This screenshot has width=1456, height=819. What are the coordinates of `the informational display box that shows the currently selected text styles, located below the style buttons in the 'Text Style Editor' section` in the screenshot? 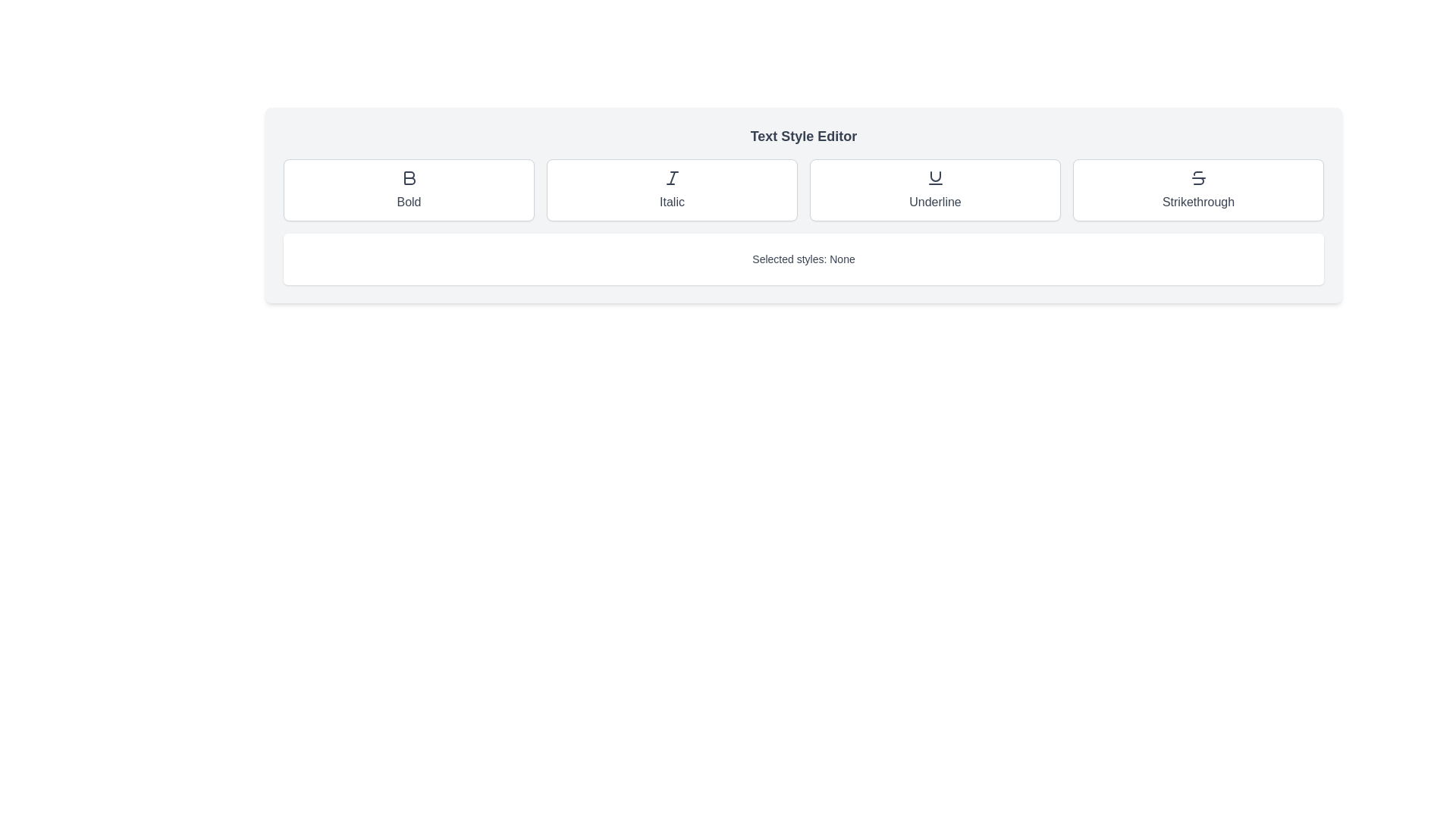 It's located at (803, 259).